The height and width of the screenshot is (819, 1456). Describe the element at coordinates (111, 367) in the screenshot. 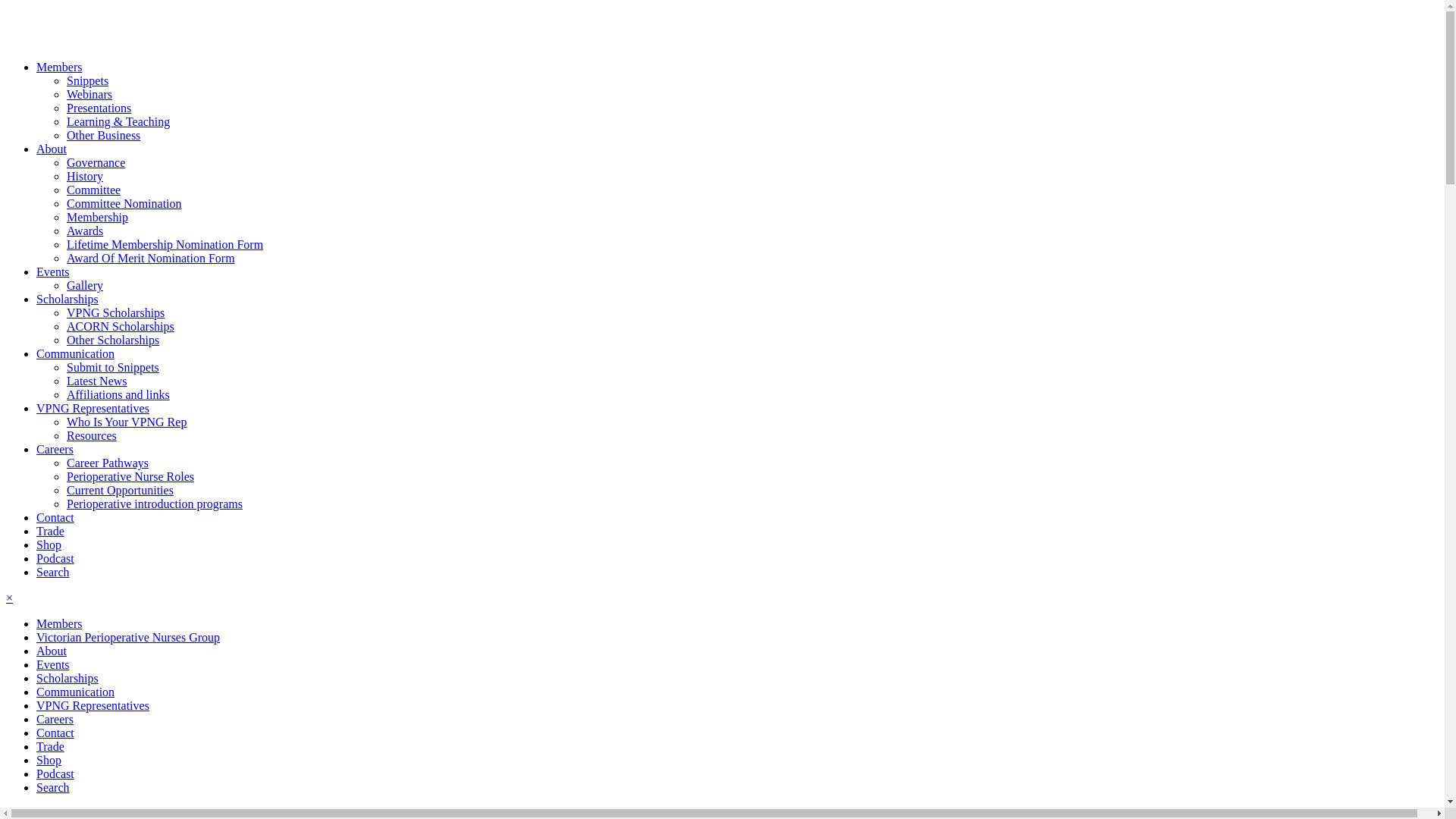

I see `'Submit to Snippets'` at that location.